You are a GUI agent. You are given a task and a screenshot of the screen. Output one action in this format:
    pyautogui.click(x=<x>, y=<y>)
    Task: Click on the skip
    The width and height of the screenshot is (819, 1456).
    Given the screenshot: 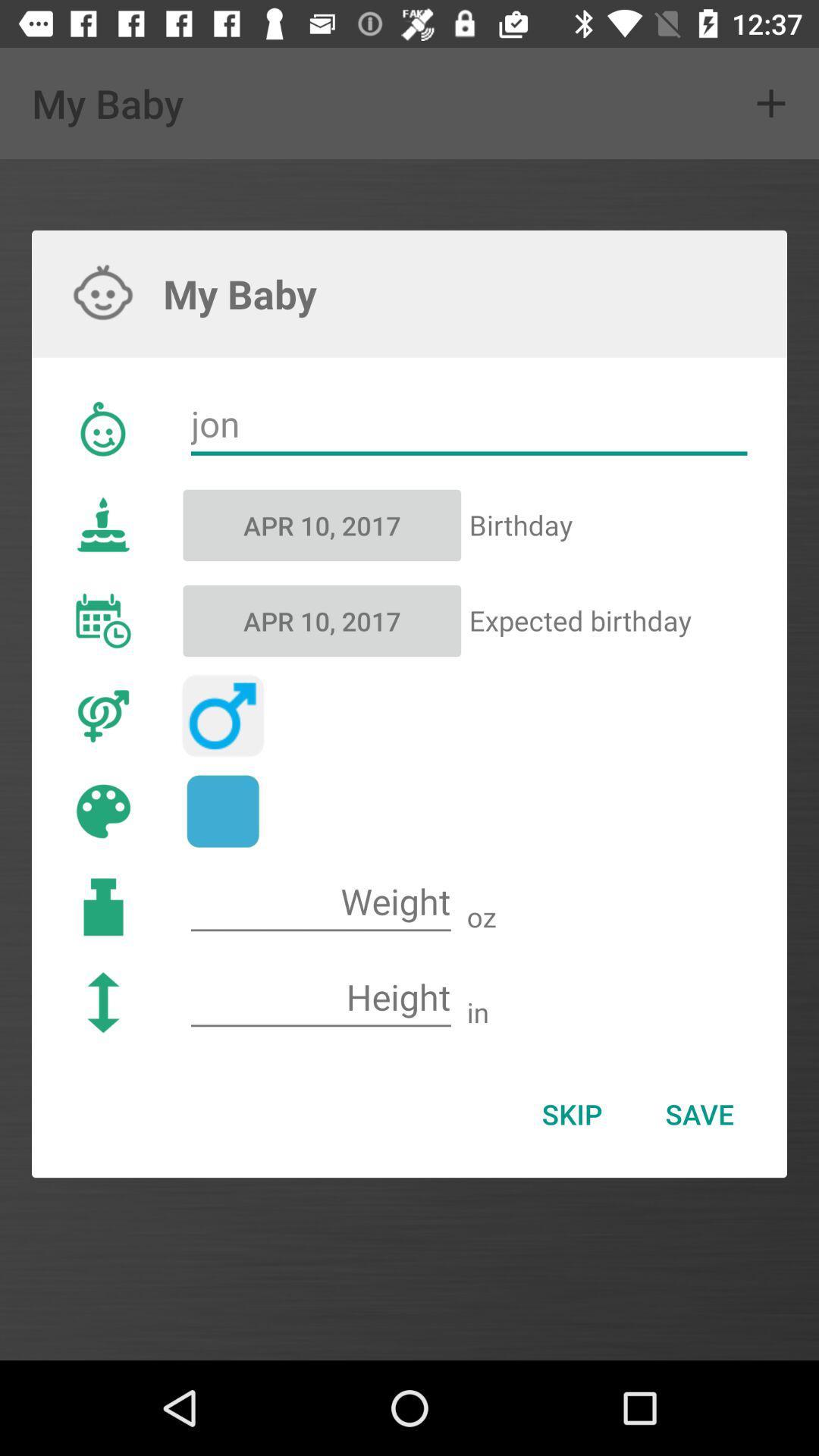 What is the action you would take?
    pyautogui.click(x=572, y=1114)
    